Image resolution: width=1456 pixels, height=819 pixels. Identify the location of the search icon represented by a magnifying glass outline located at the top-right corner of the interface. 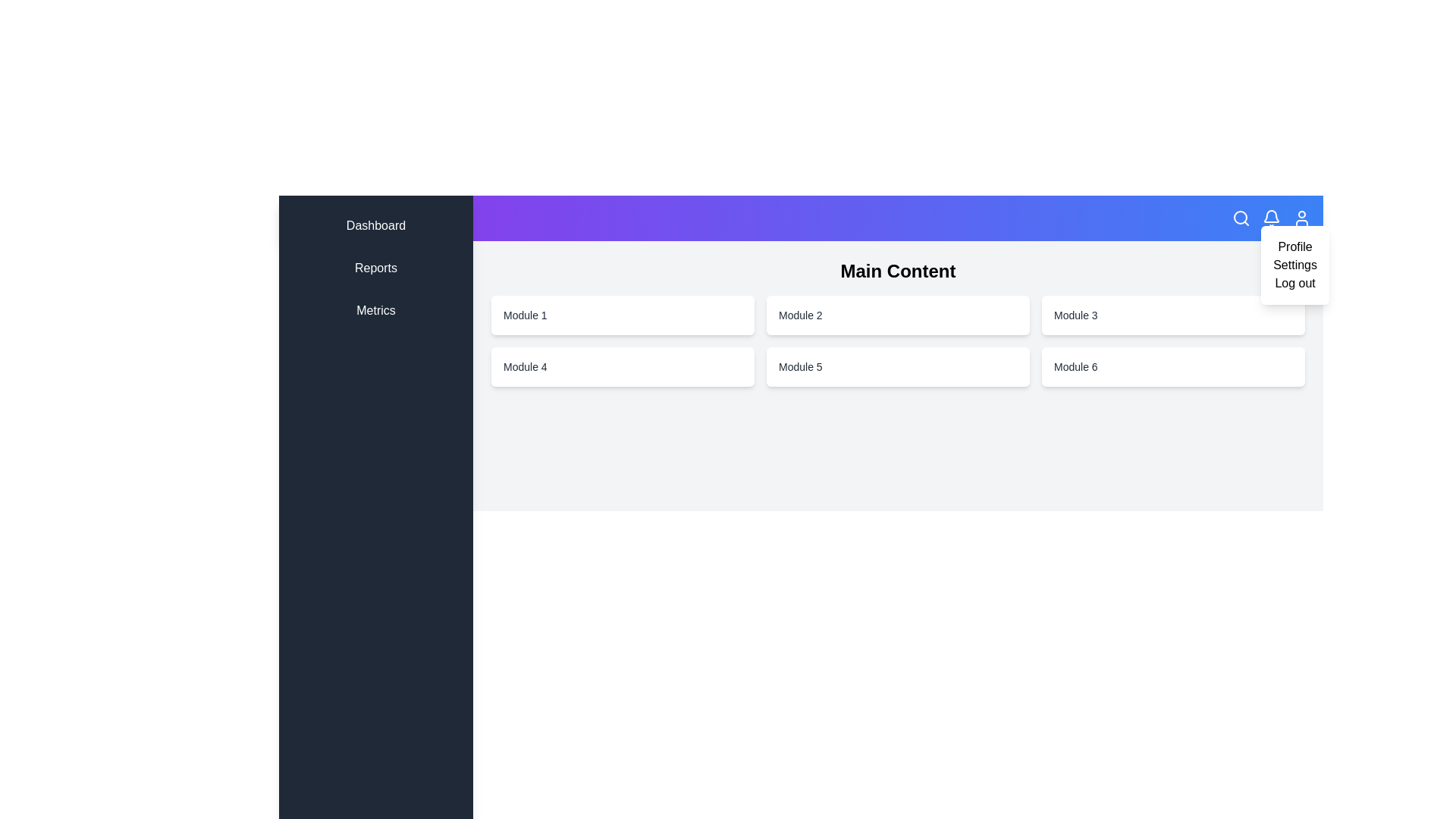
(1241, 218).